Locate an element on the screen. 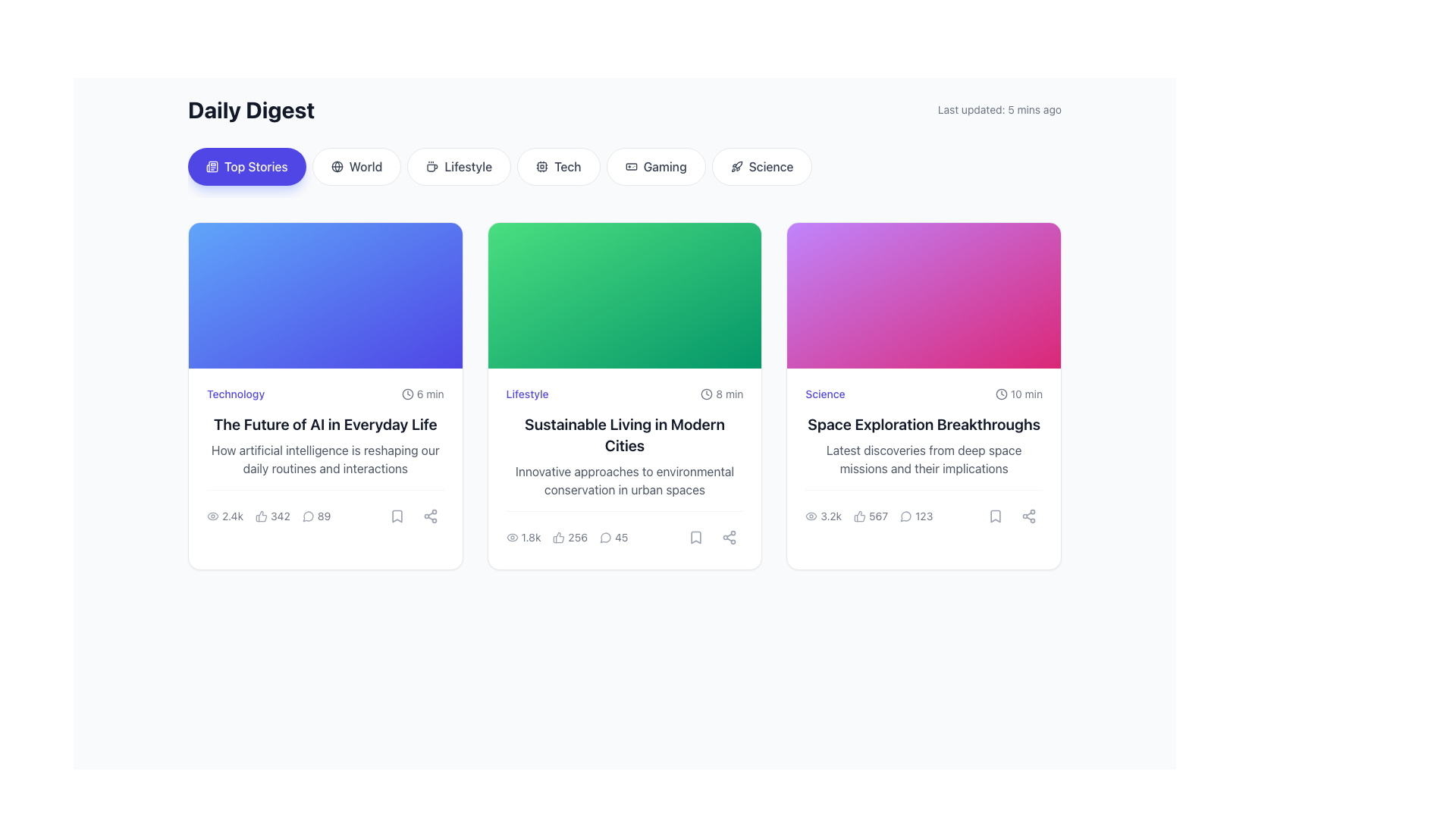 The image size is (1456, 819). the estimated reading time text with an icon located in the upper-right section of the first news card, to the right of the 'Technology' header is located at coordinates (422, 394).